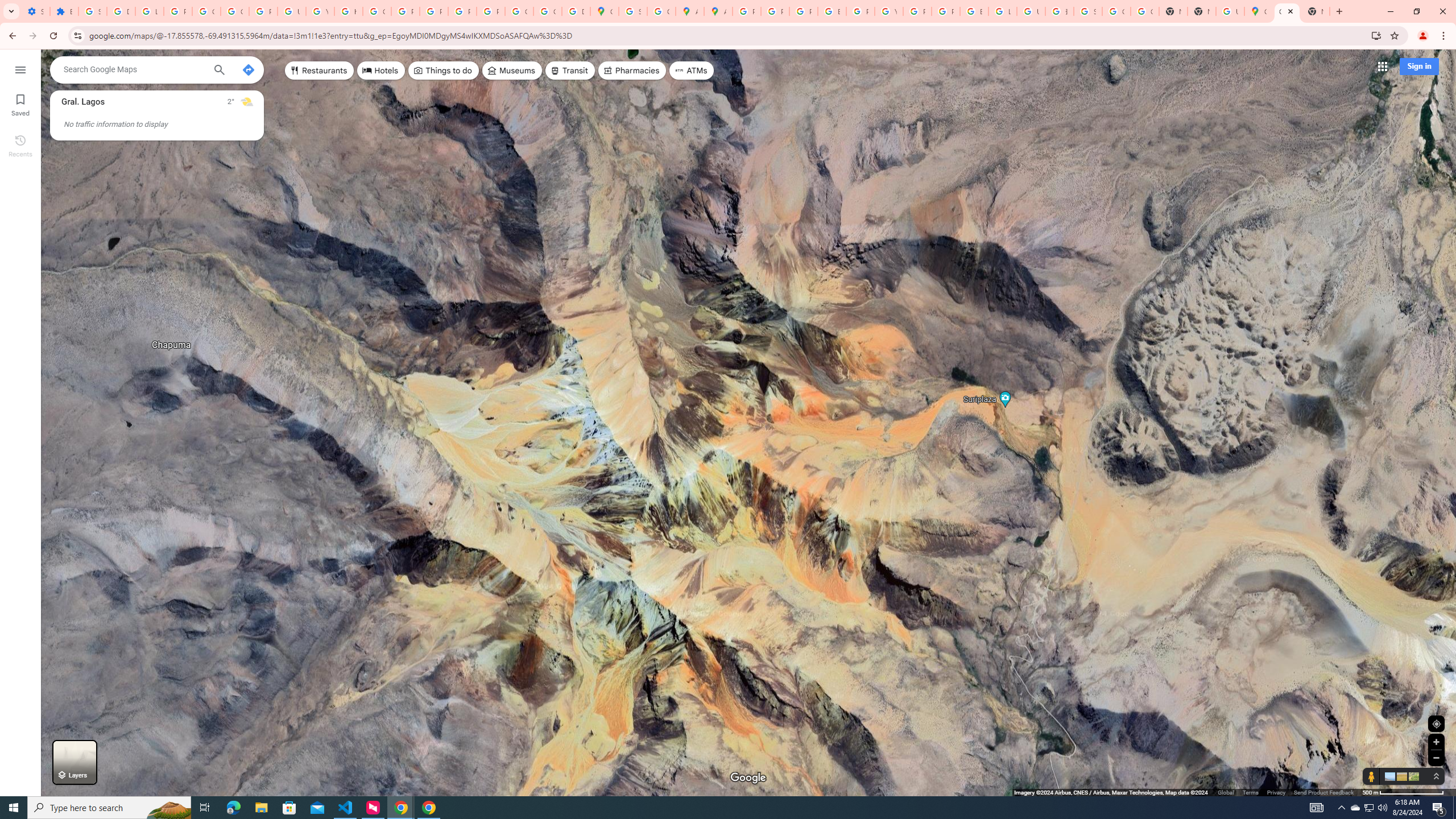 The height and width of the screenshot is (819, 1456). Describe the element at coordinates (19, 144) in the screenshot. I see `'Recents'` at that location.